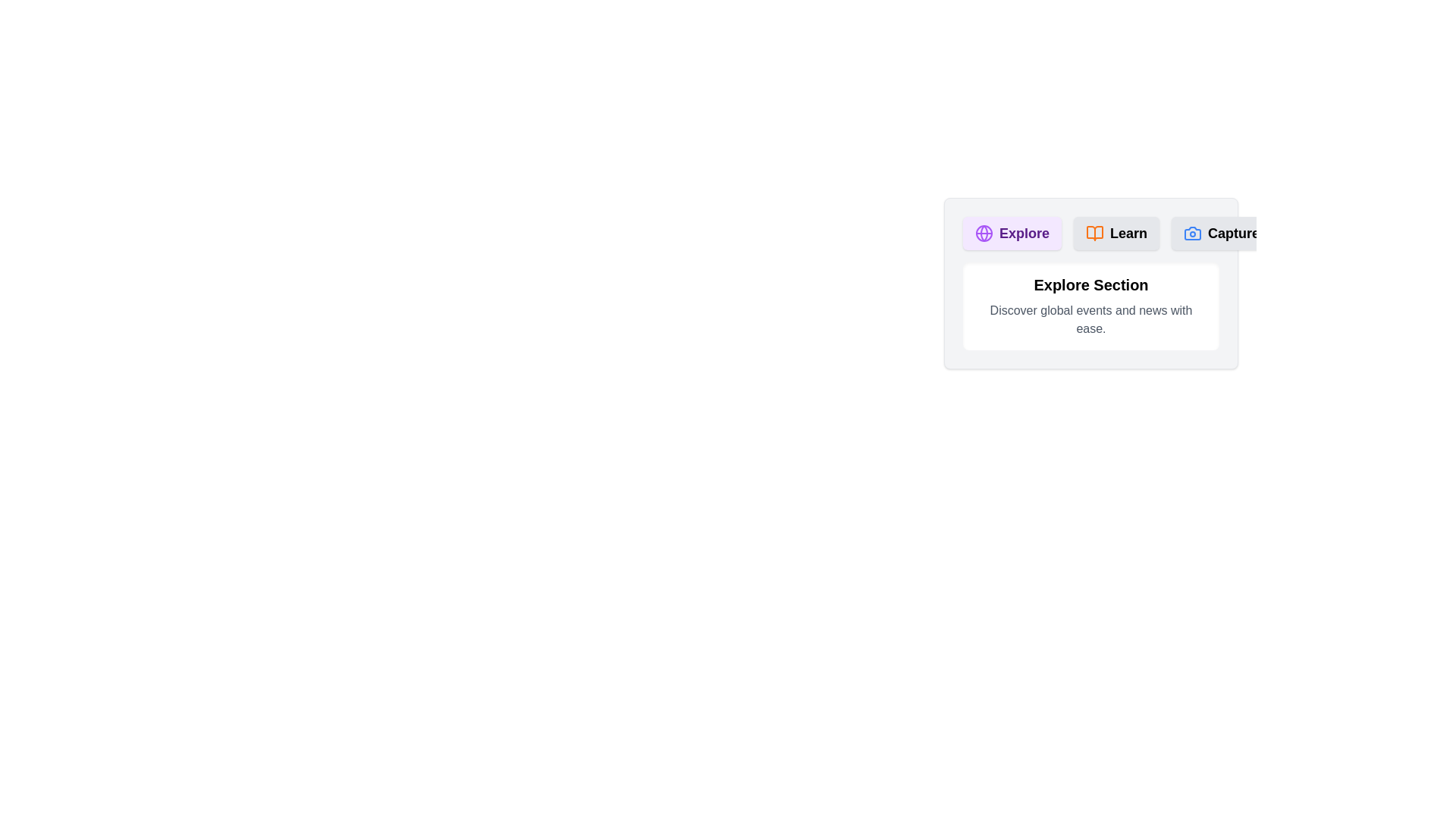  Describe the element at coordinates (1116, 234) in the screenshot. I see `the Learn tab to view its content` at that location.